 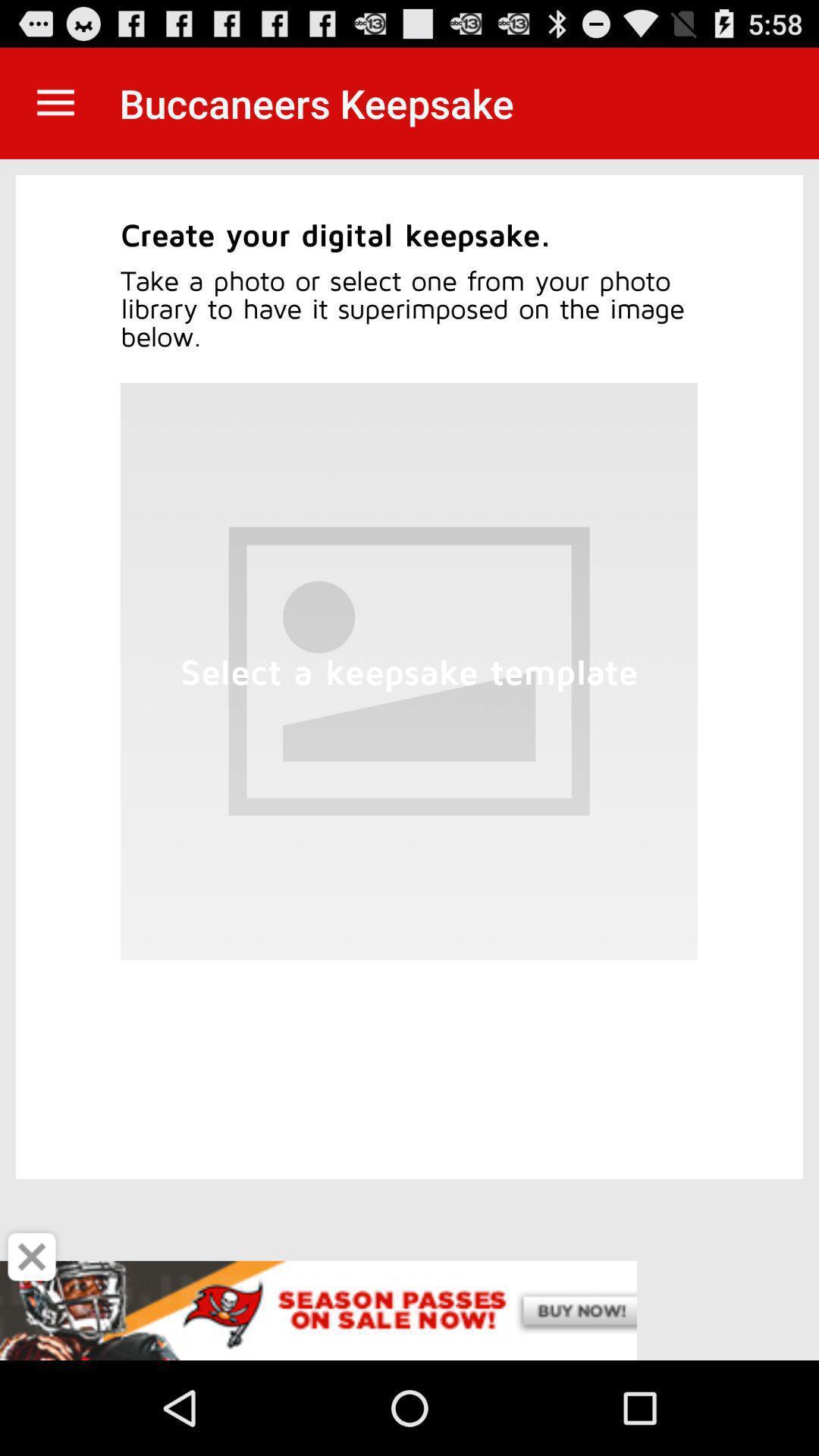 What do you see at coordinates (409, 1310) in the screenshot?
I see `advertisement` at bounding box center [409, 1310].